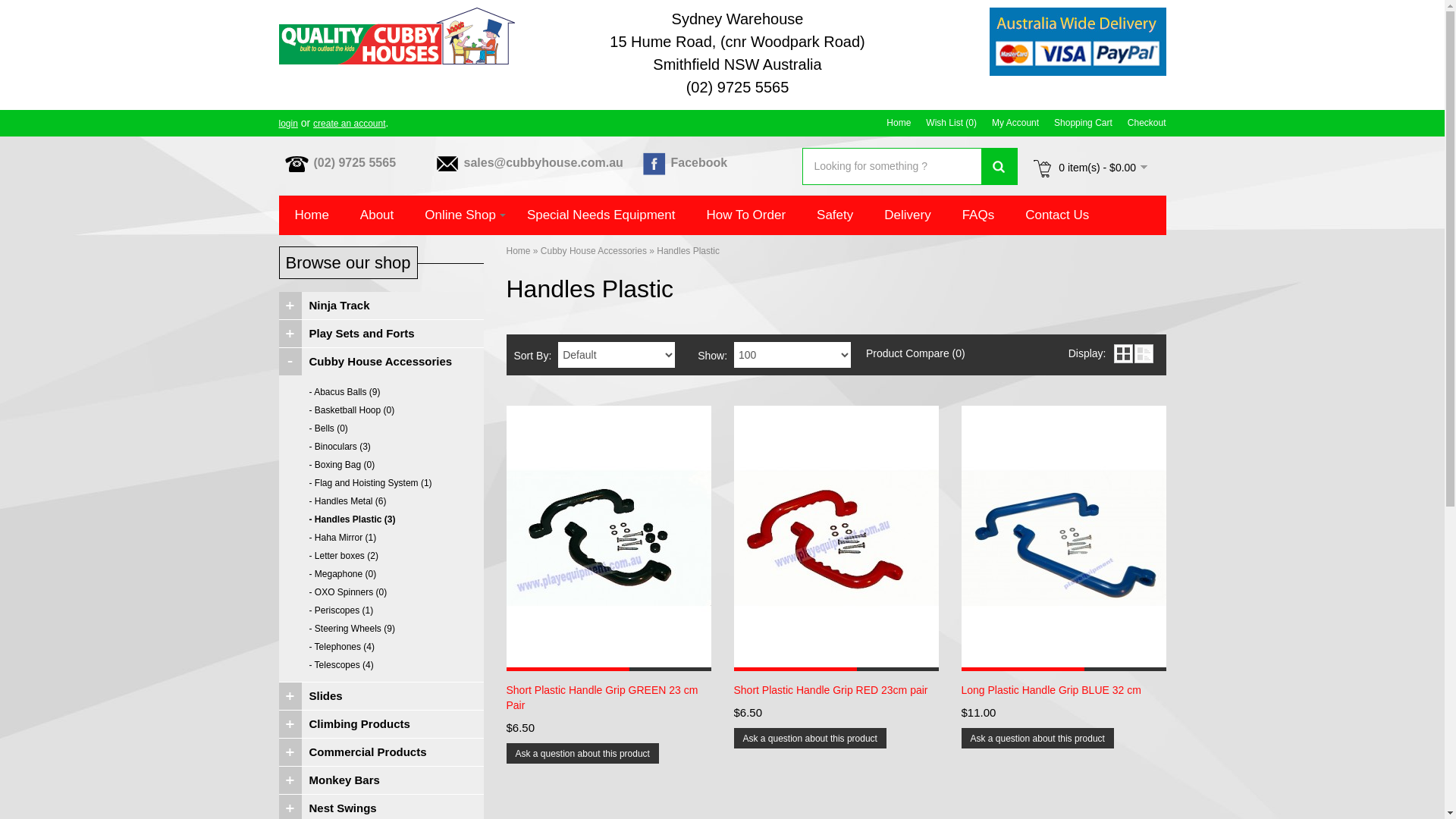 This screenshot has height=819, width=1456. What do you see at coordinates (608, 698) in the screenshot?
I see `'Short Plastic Handle Grip GREEN 23 cm Pair'` at bounding box center [608, 698].